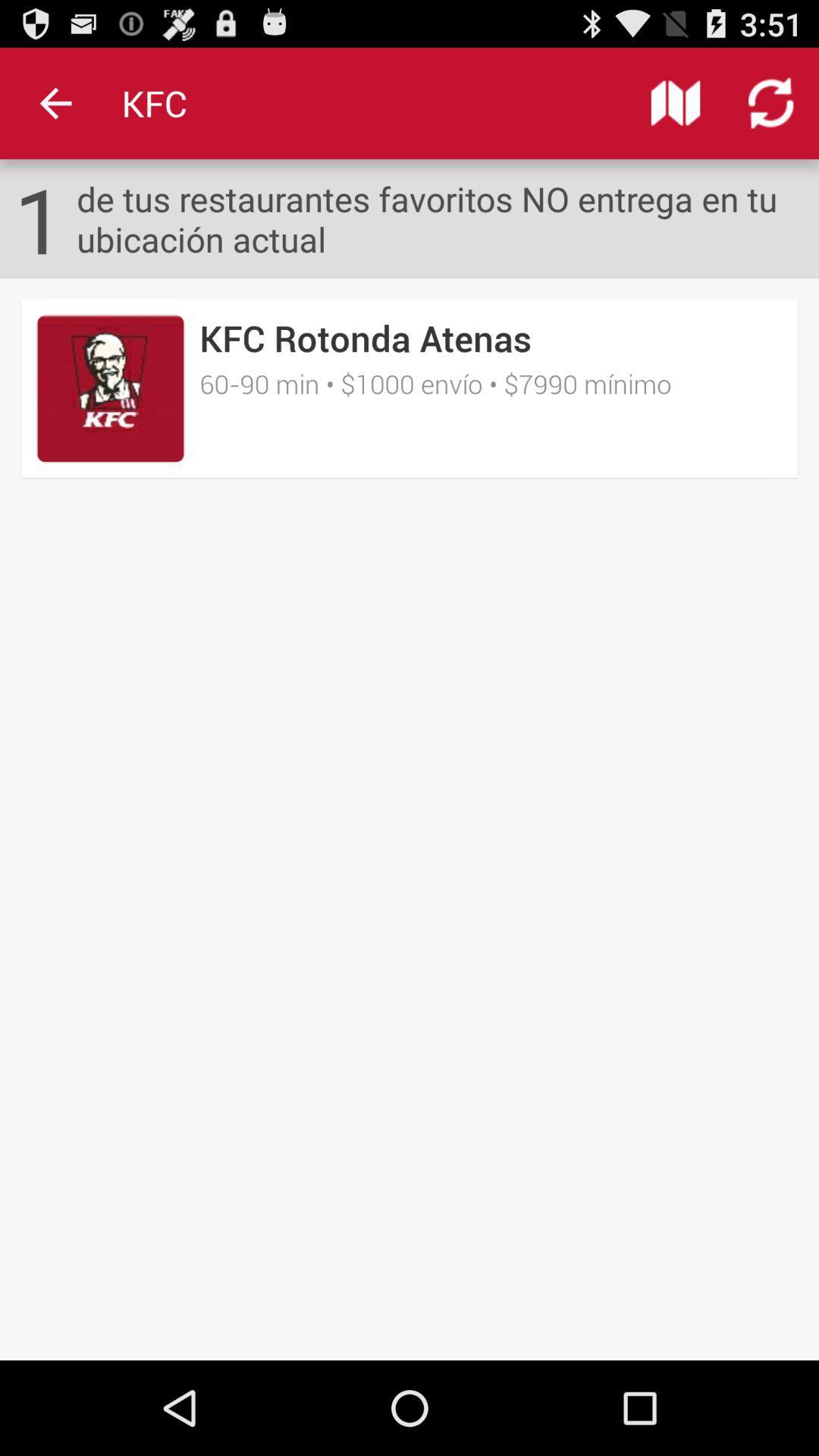  What do you see at coordinates (447, 218) in the screenshot?
I see `icon next to 1` at bounding box center [447, 218].